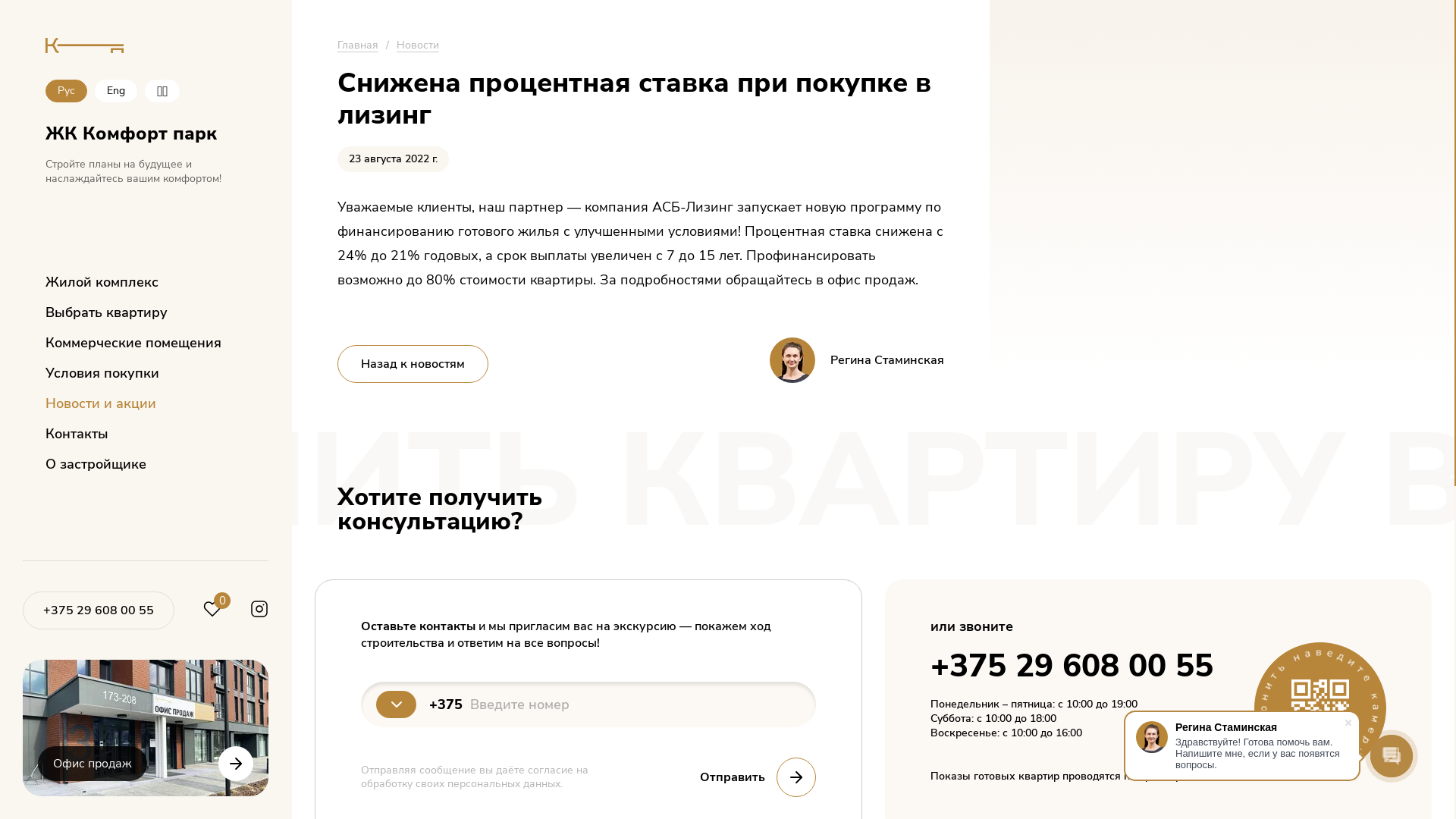  What do you see at coordinates (93, 90) in the screenshot?
I see `'Eng'` at bounding box center [93, 90].